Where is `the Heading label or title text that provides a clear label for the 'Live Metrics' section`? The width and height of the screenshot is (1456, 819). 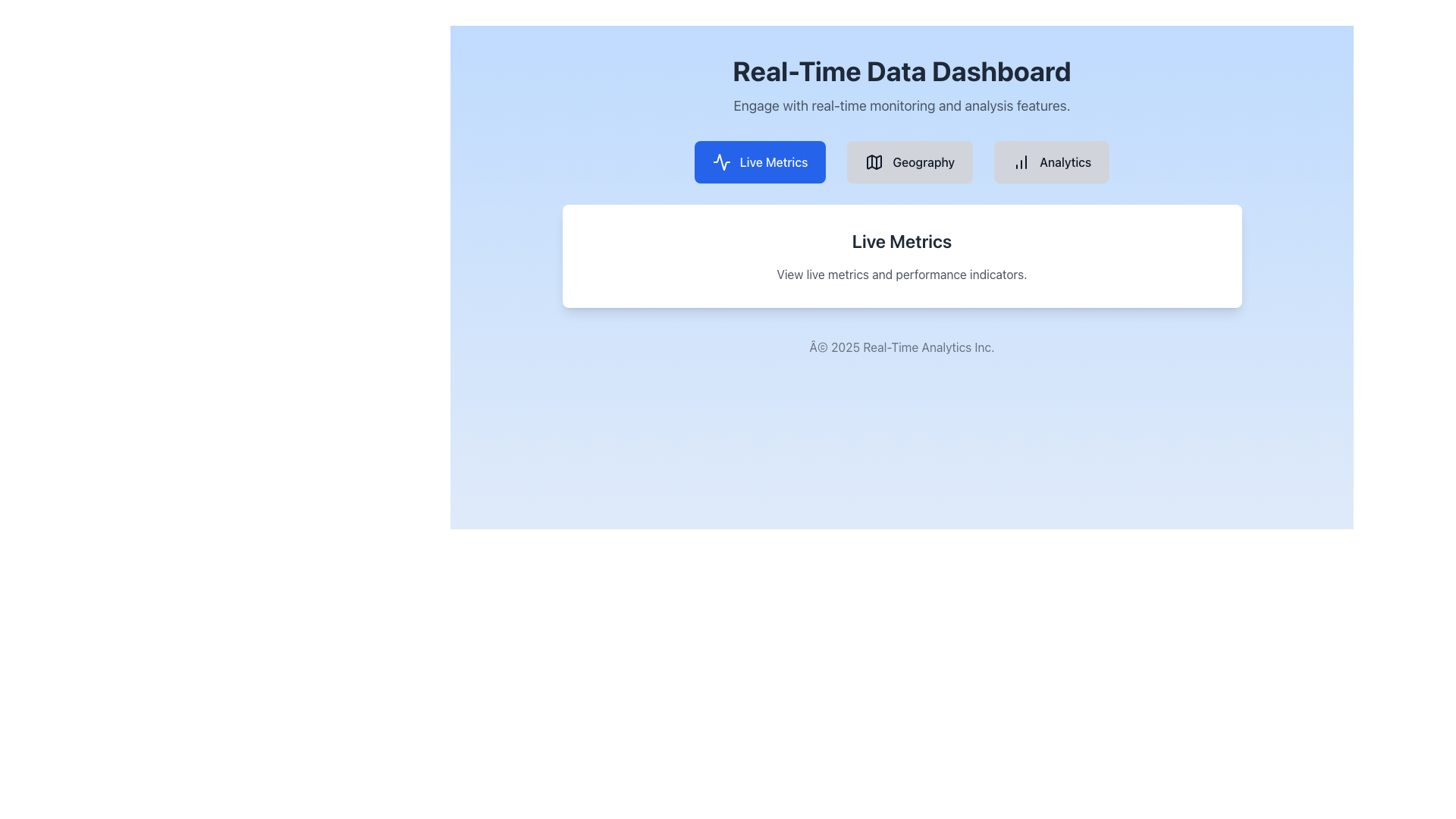
the Heading label or title text that provides a clear label for the 'Live Metrics' section is located at coordinates (902, 240).